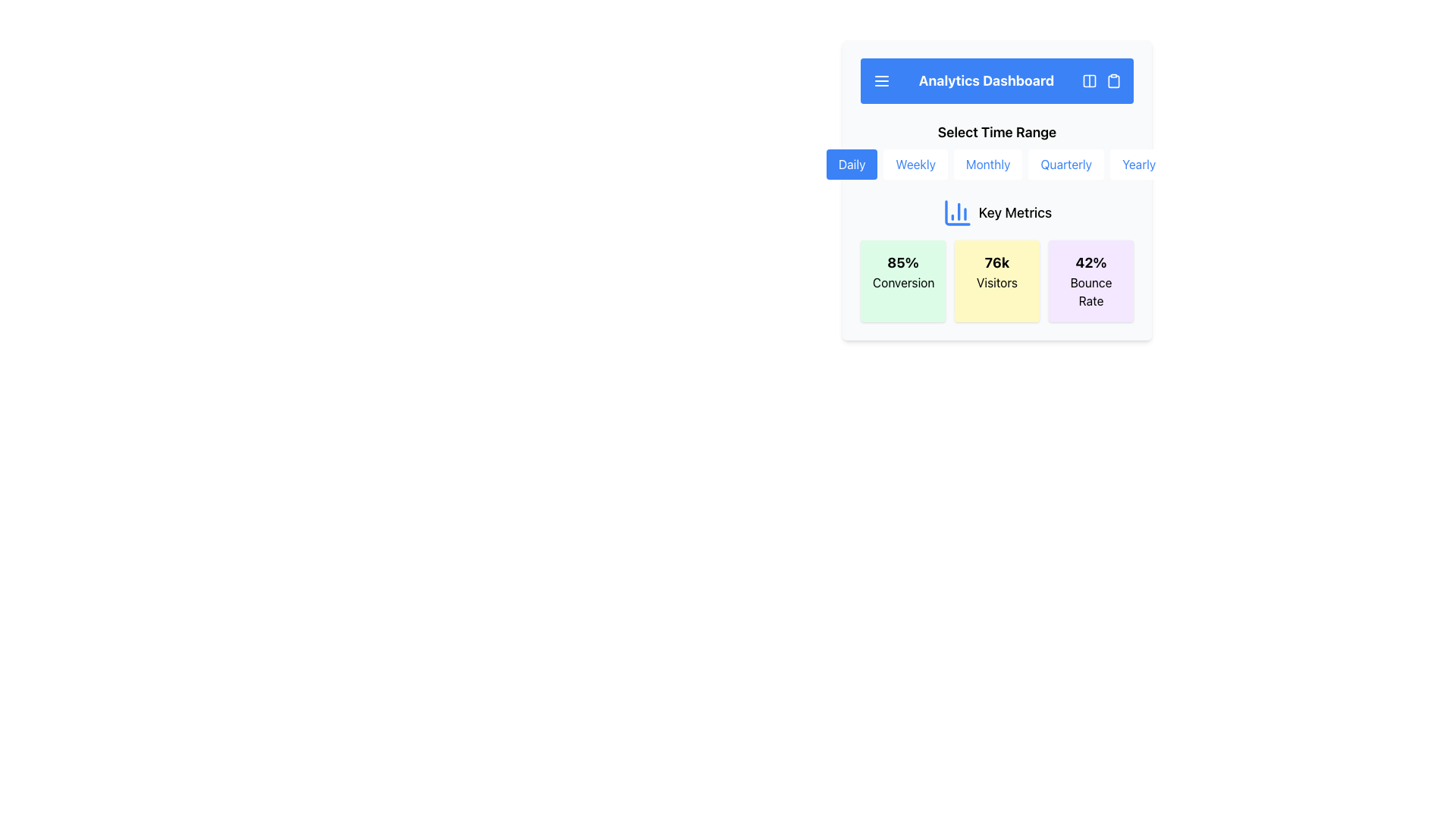 This screenshot has height=819, width=1456. What do you see at coordinates (1090, 281) in the screenshot?
I see `the Informational Card displaying the bounce rate percentage, located in the bottom-right of the 3-column grid` at bounding box center [1090, 281].